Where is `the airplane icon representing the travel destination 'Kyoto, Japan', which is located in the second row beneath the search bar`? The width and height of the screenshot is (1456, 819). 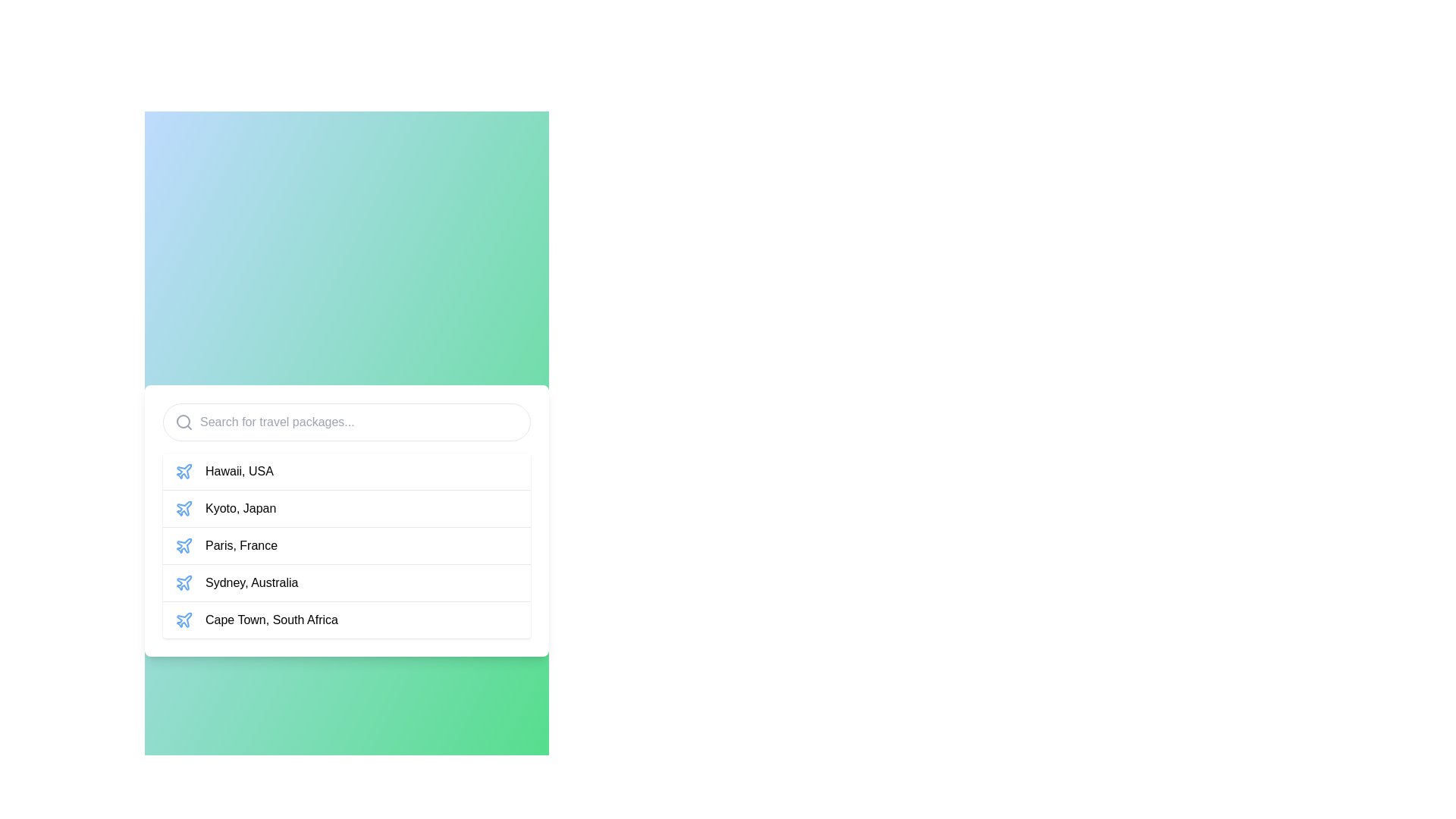 the airplane icon representing the travel destination 'Kyoto, Japan', which is located in the second row beneath the search bar is located at coordinates (184, 470).